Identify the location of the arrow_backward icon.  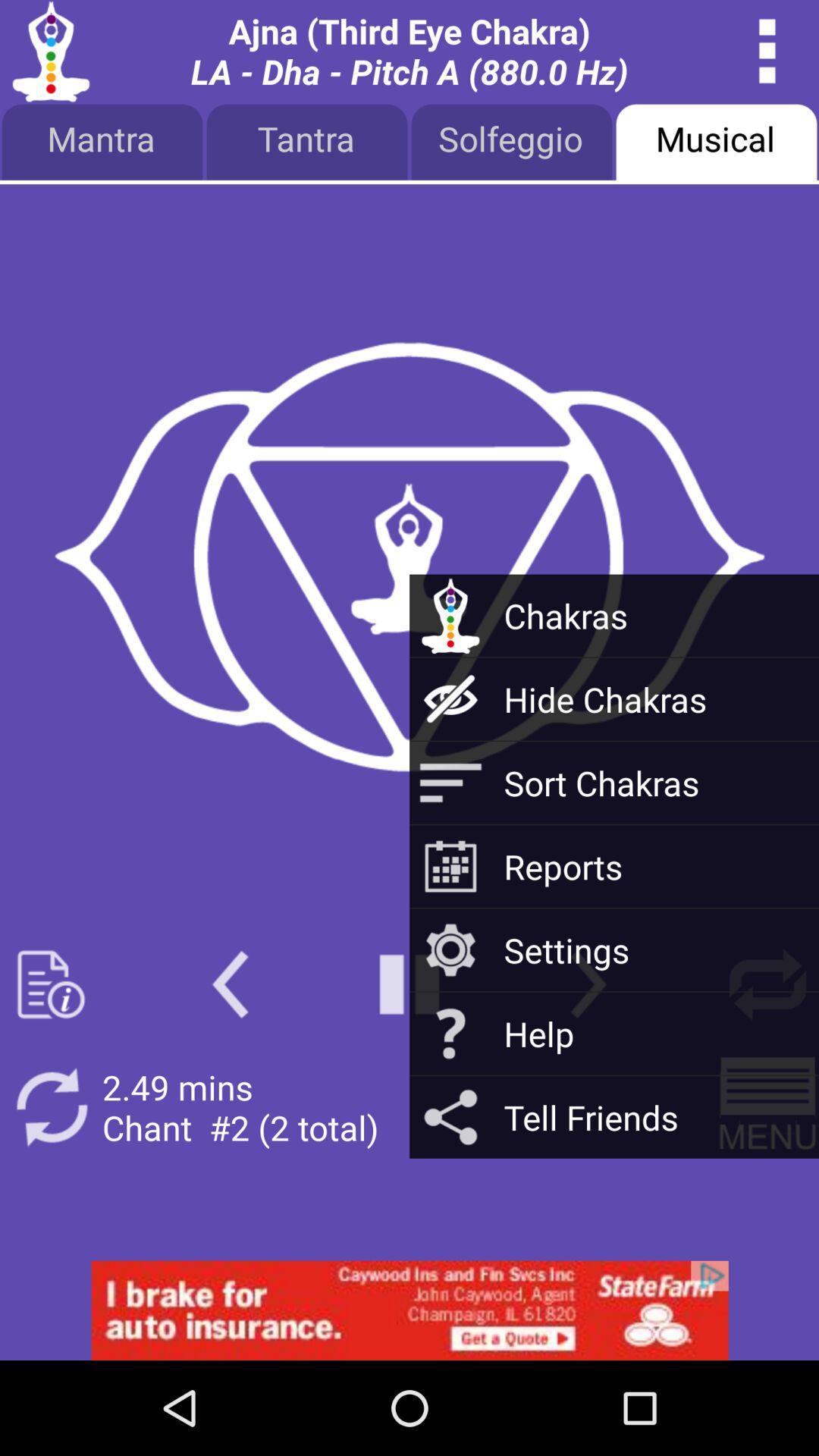
(230, 1053).